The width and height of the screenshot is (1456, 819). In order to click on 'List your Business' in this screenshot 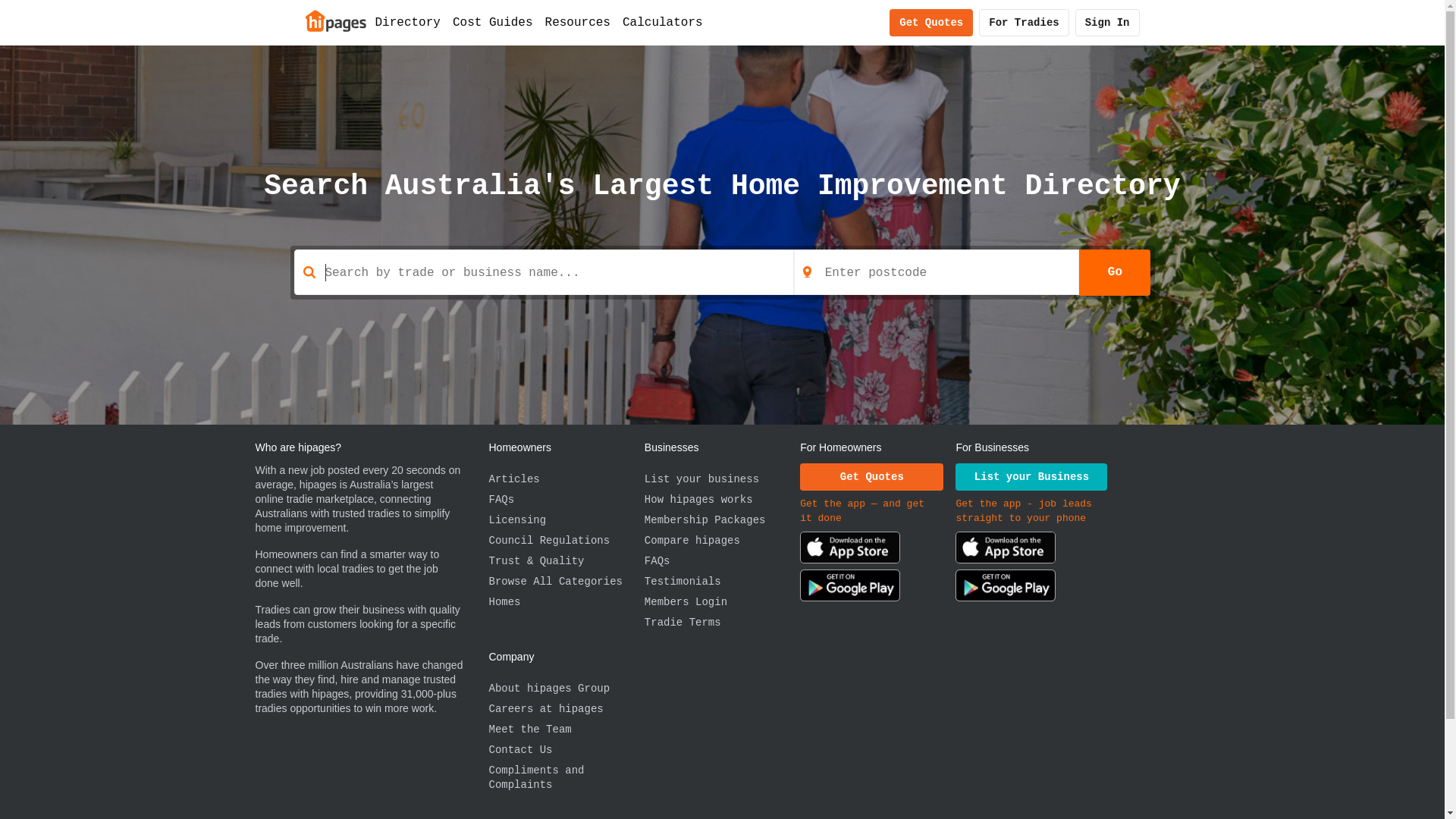, I will do `click(1031, 475)`.